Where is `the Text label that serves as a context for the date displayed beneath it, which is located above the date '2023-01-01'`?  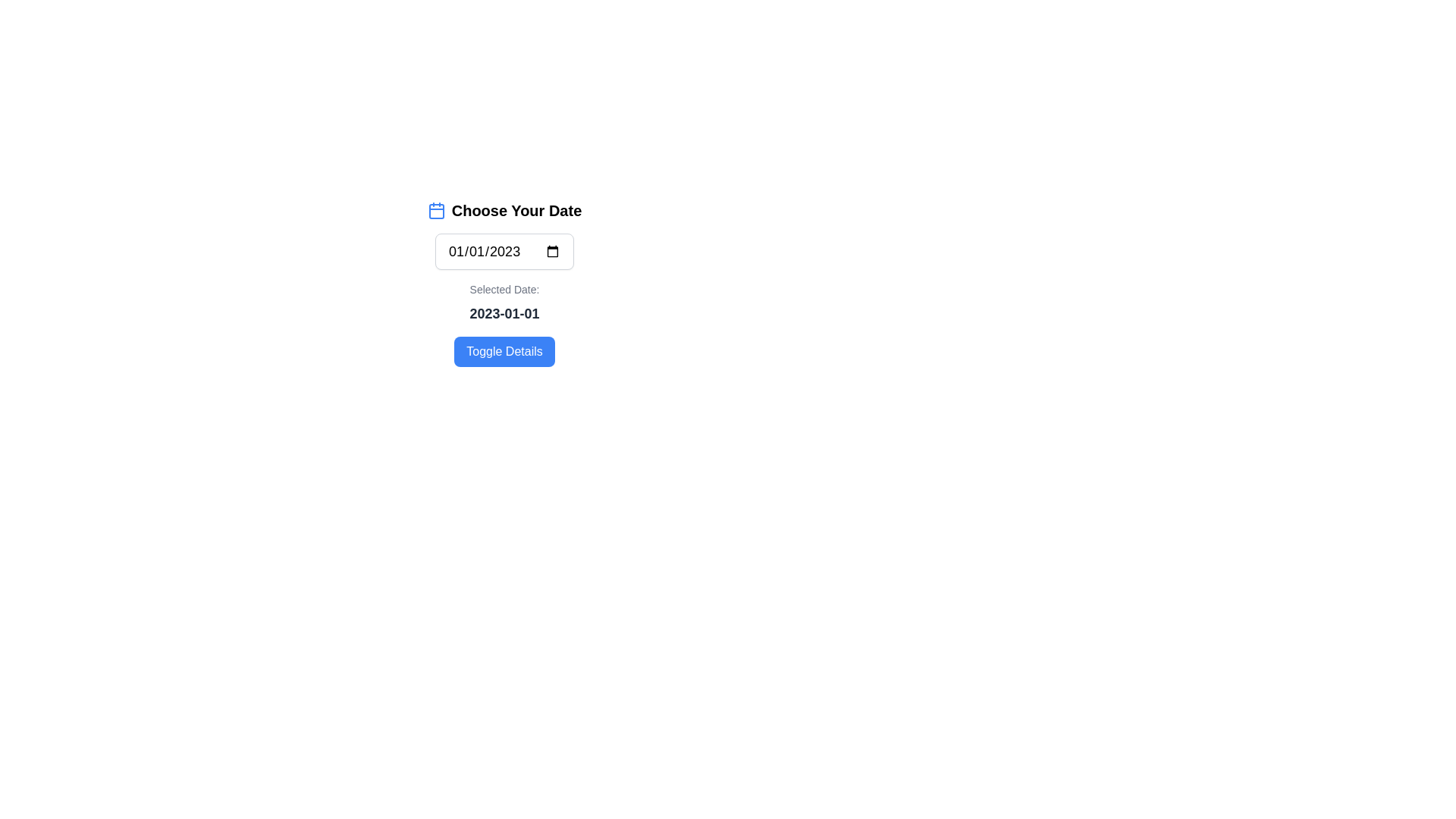
the Text label that serves as a context for the date displayed beneath it, which is located above the date '2023-01-01' is located at coordinates (504, 289).